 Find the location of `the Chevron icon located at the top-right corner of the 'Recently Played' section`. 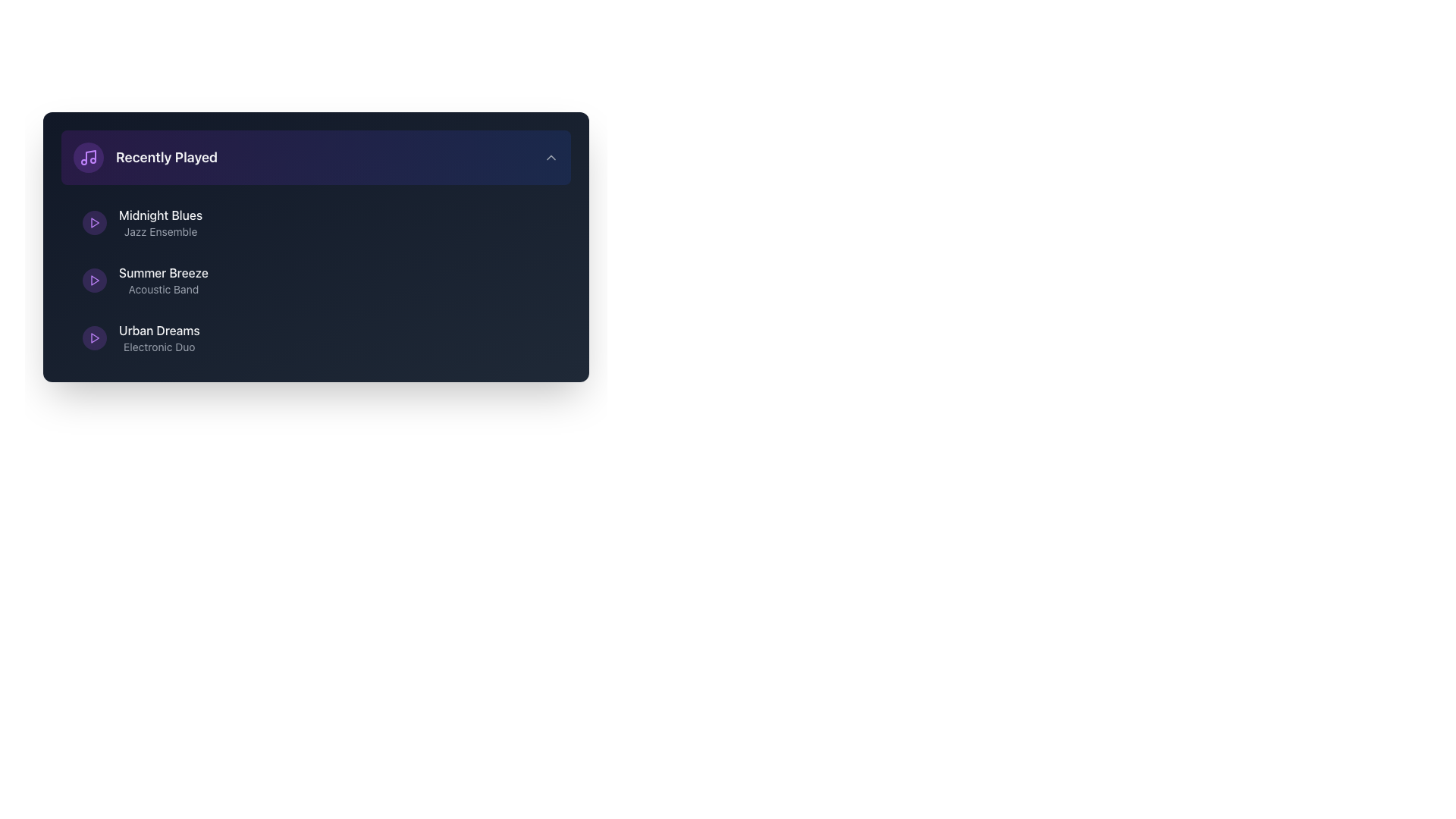

the Chevron icon located at the top-right corner of the 'Recently Played' section is located at coordinates (550, 158).